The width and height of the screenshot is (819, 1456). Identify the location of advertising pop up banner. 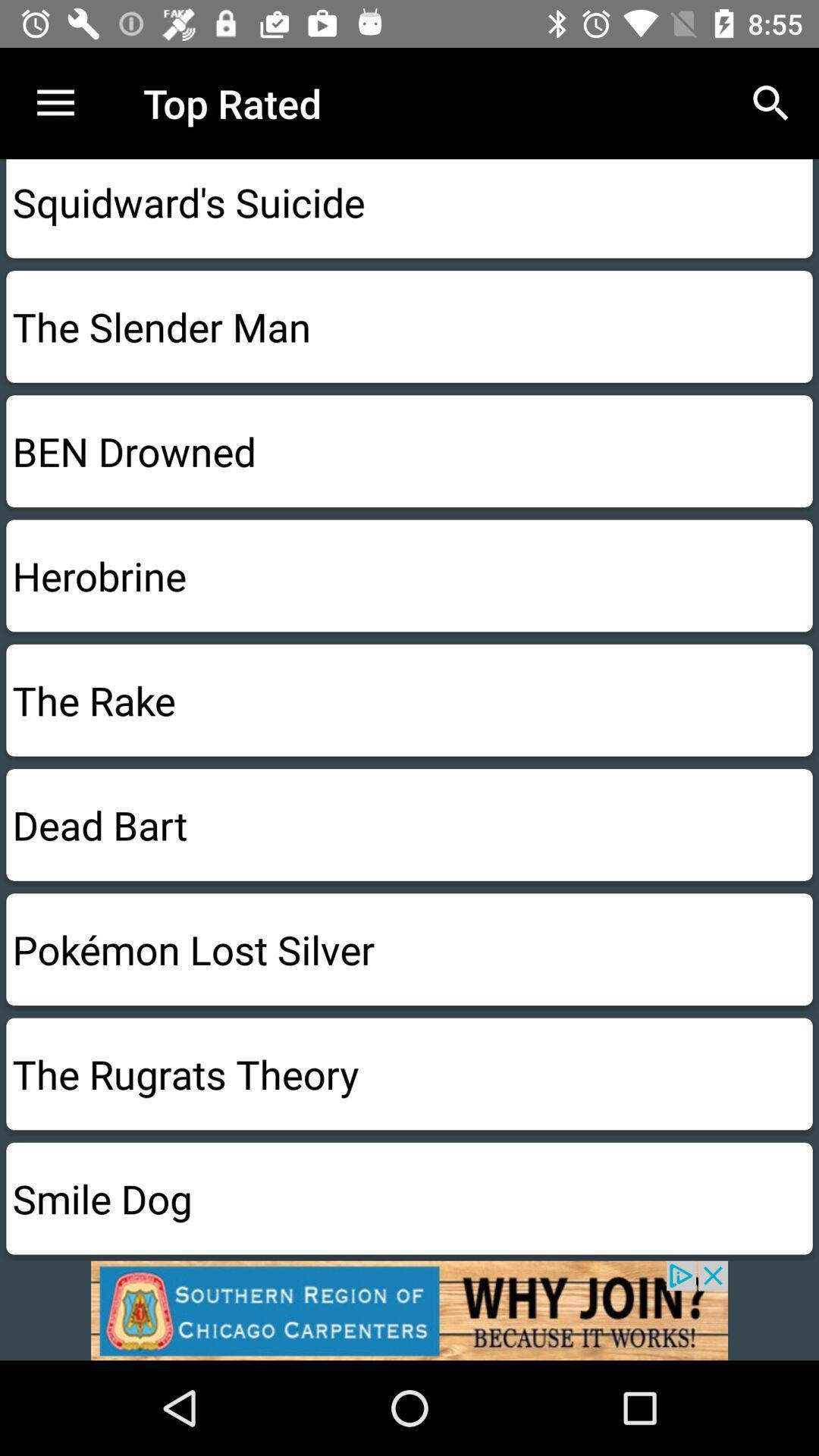
(409, 1310).